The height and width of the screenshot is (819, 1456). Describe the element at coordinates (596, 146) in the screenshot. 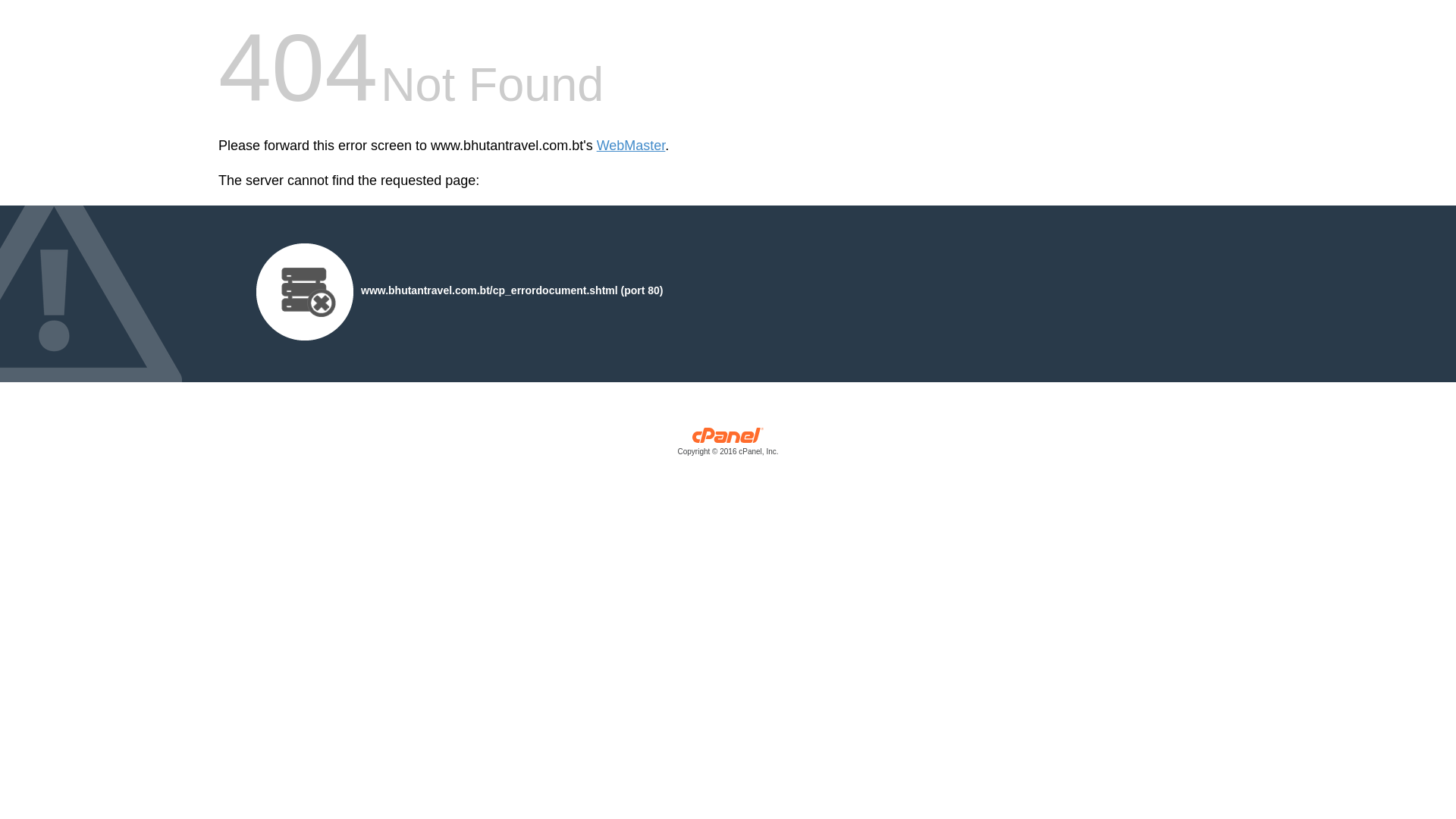

I see `'WebMaster'` at that location.